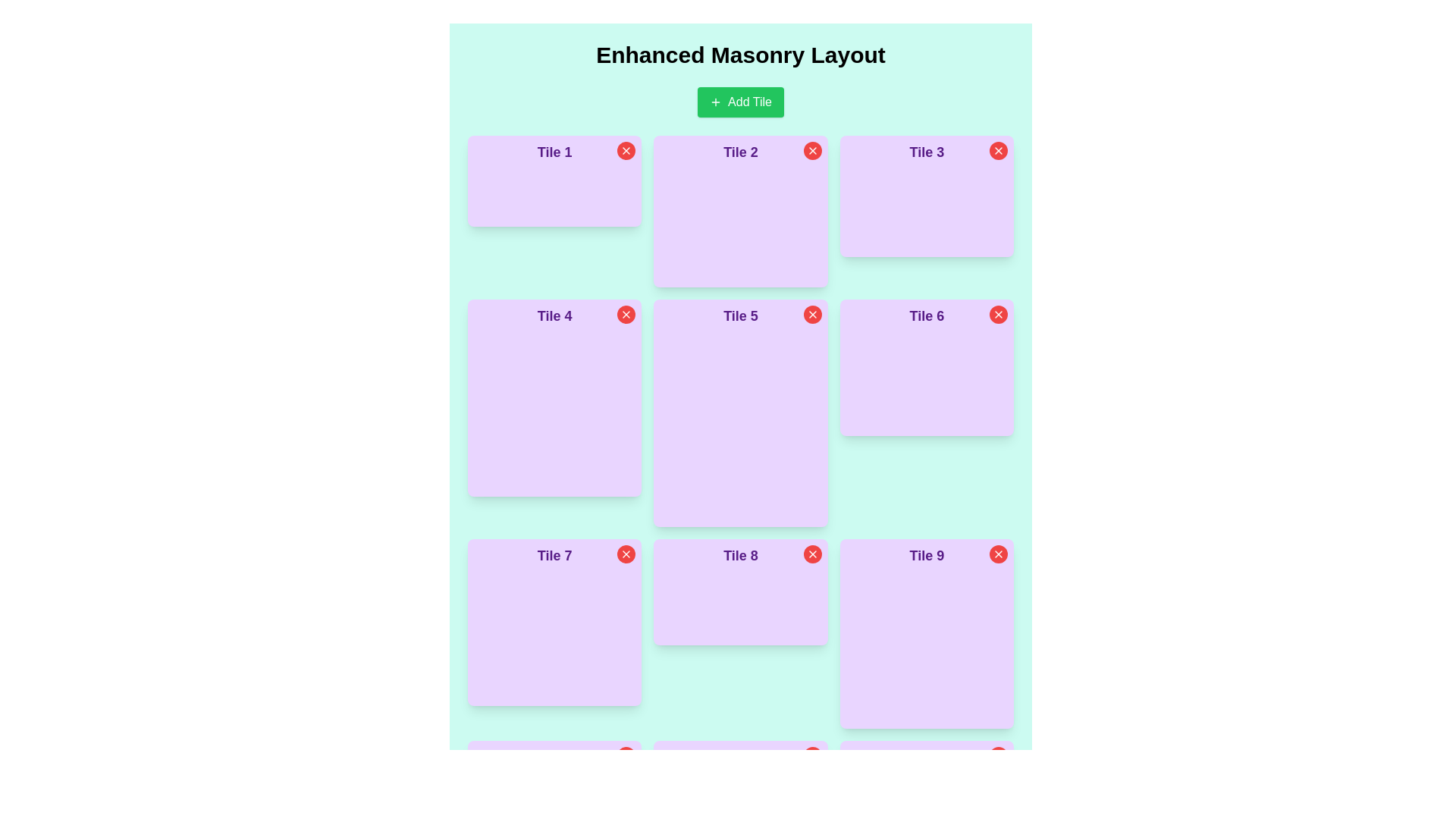 This screenshot has width=1456, height=819. I want to click on the button in the top-right corner of 'Tile 1', so click(626, 151).